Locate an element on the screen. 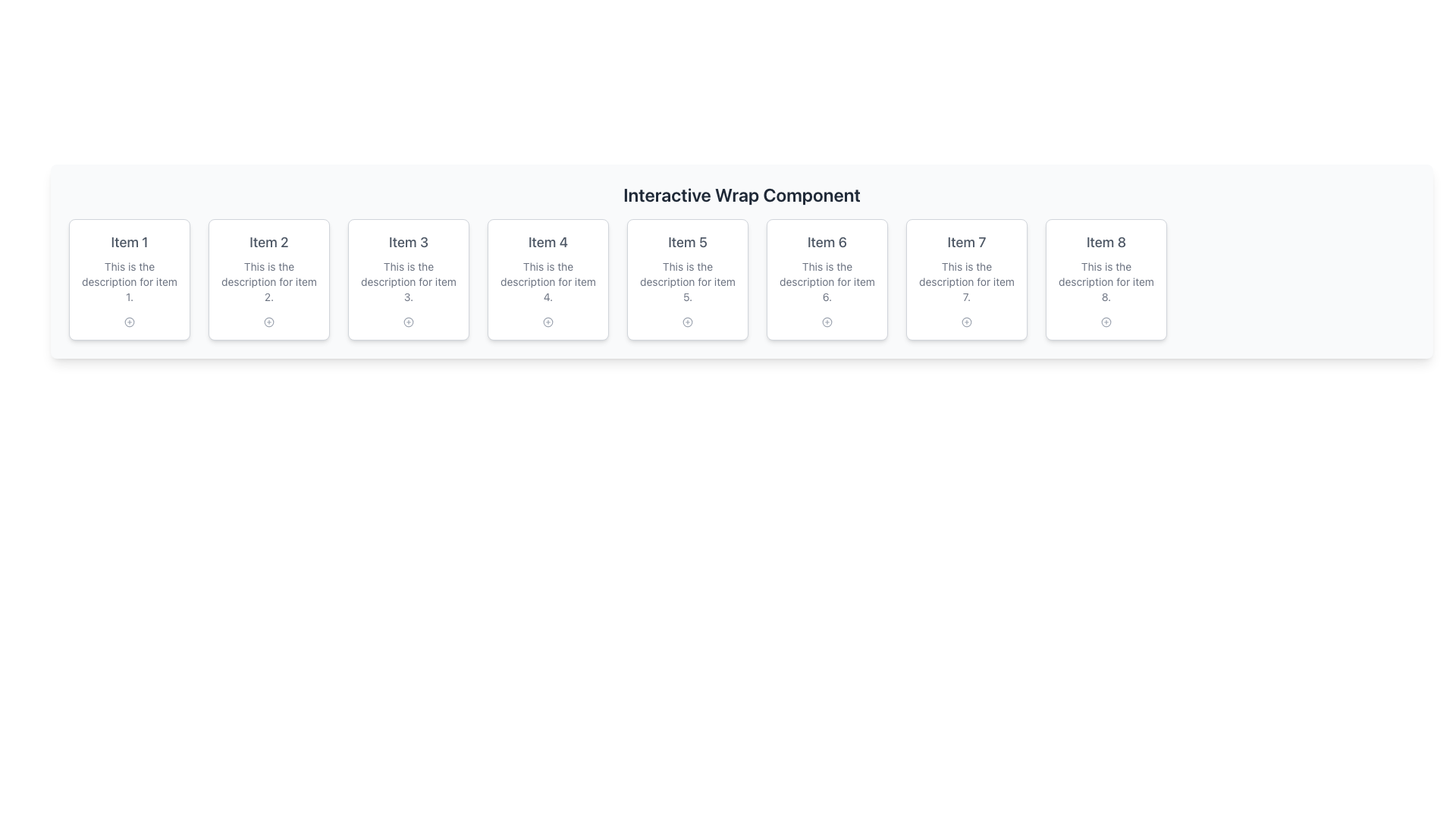 The image size is (1456, 819). the circular '+' IconButton located at the bottom-right side of the card labeled 'Item 4' to initiate an action is located at coordinates (548, 321).